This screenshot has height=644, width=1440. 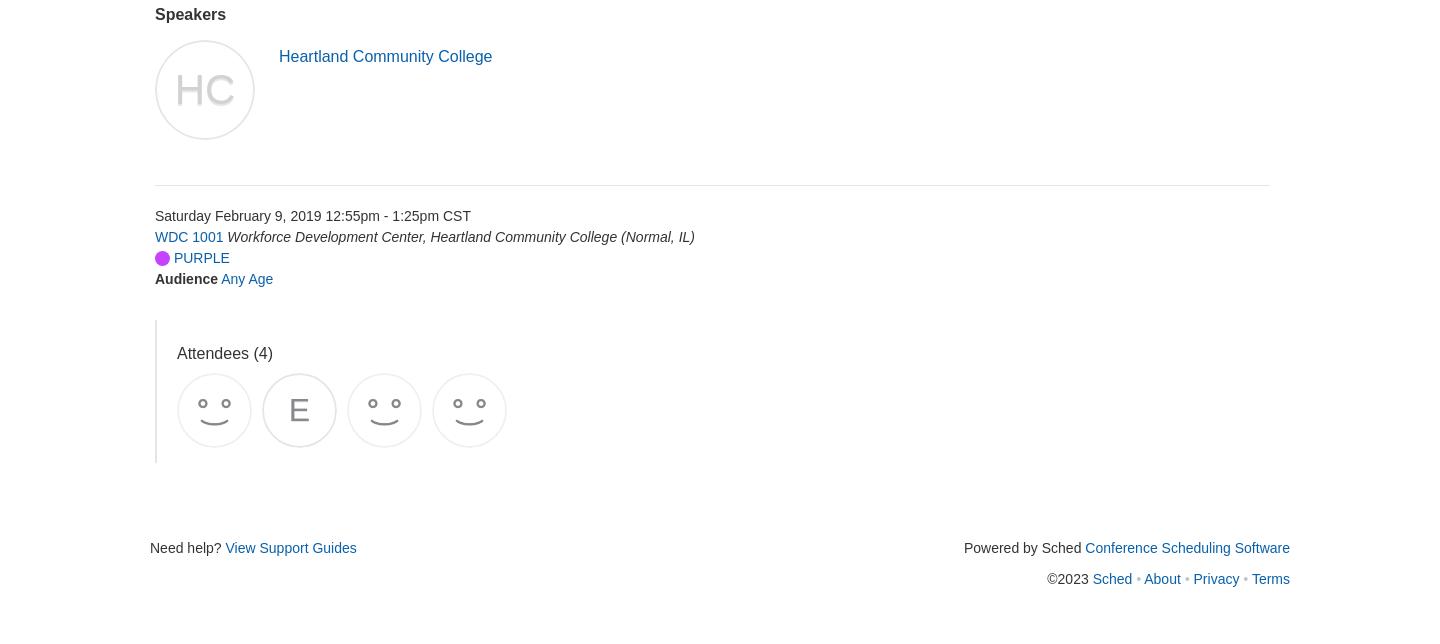 What do you see at coordinates (1069, 577) in the screenshot?
I see `'©2023'` at bounding box center [1069, 577].